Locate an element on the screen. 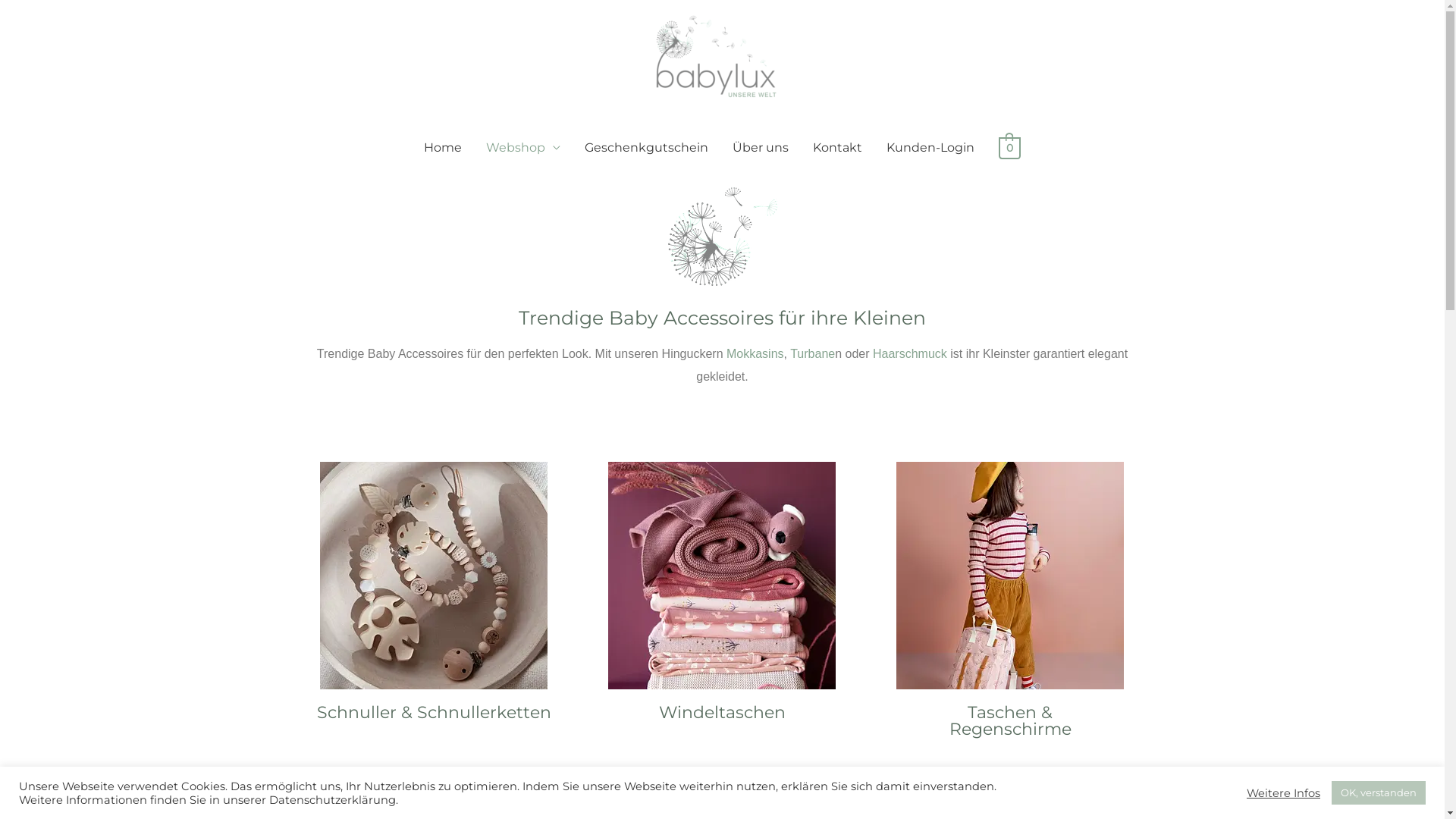 The image size is (1456, 819). 'Turbane' is located at coordinates (811, 353).